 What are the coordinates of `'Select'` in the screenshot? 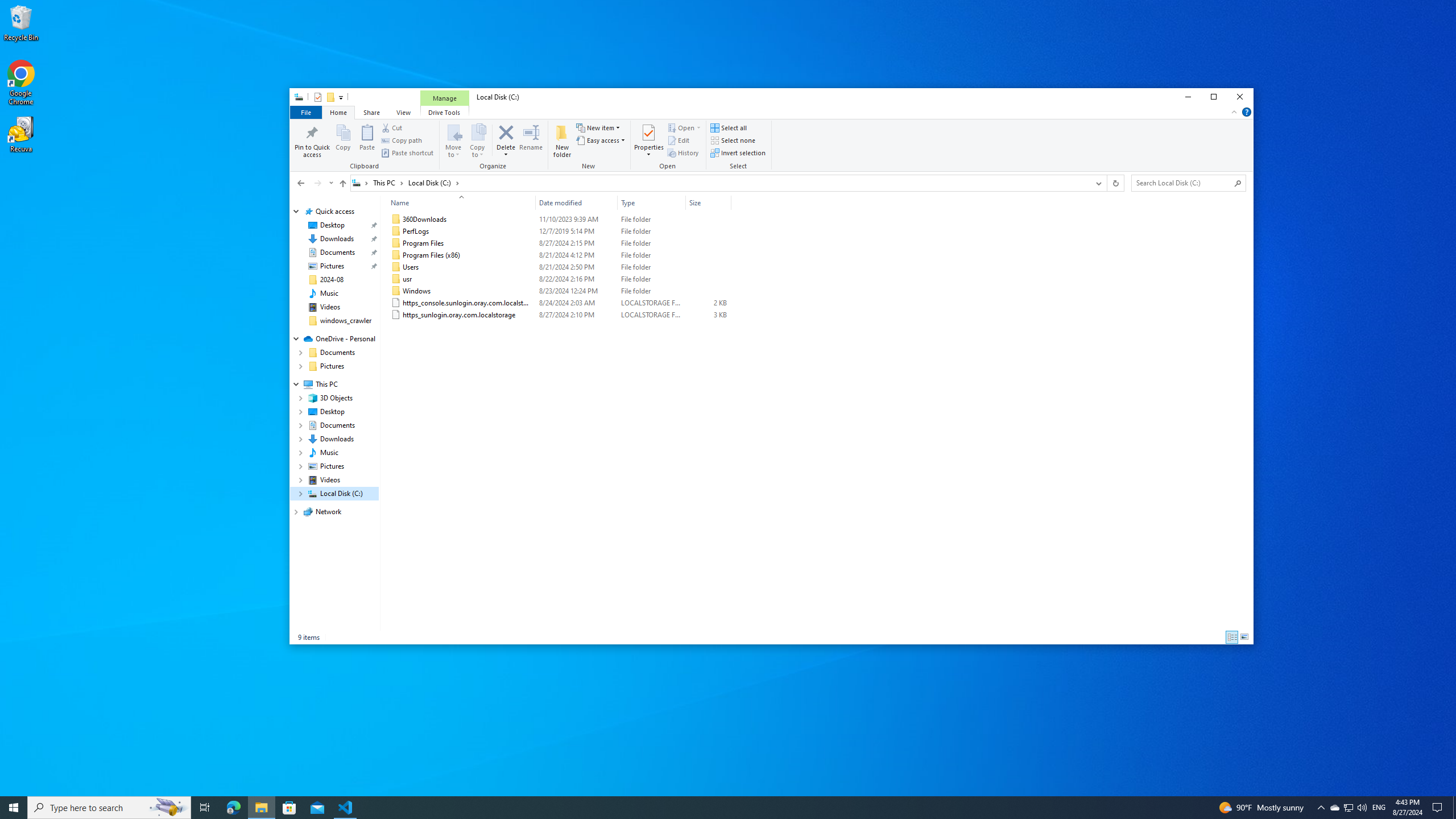 It's located at (739, 146).